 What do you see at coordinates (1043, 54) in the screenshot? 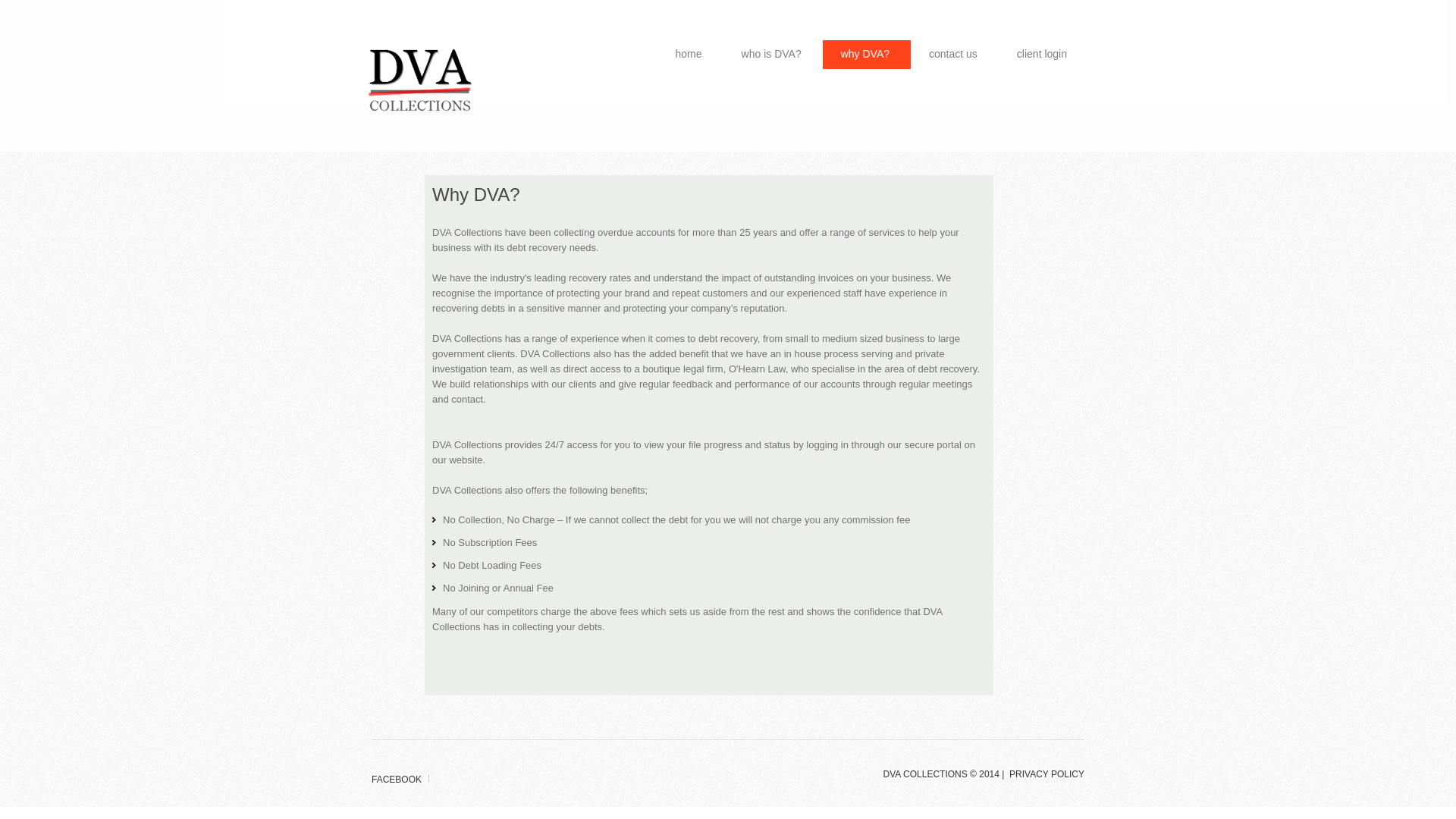
I see `'client login'` at bounding box center [1043, 54].